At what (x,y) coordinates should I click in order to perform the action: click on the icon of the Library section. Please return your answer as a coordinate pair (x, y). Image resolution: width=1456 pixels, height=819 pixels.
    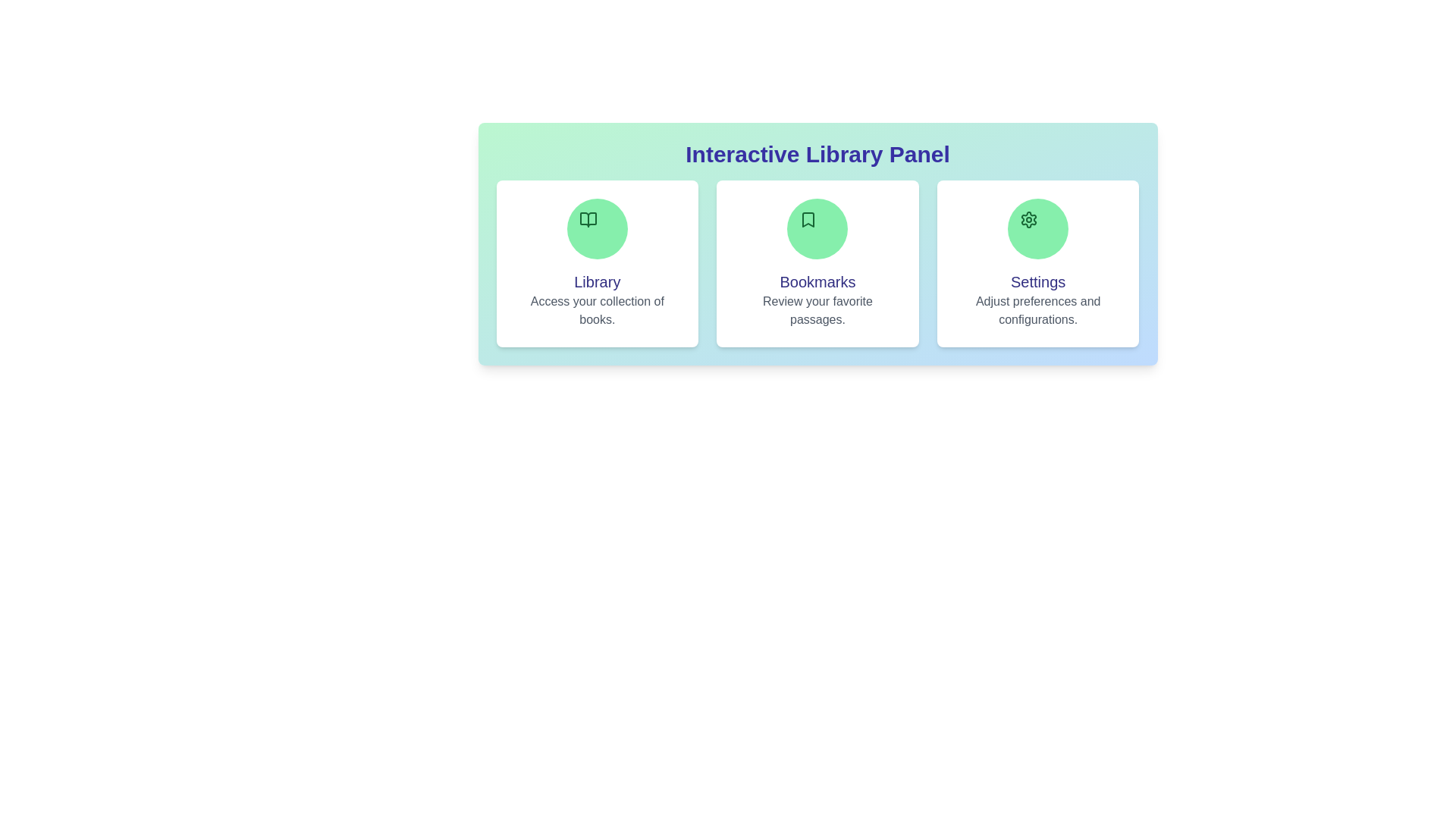
    Looking at the image, I should click on (596, 228).